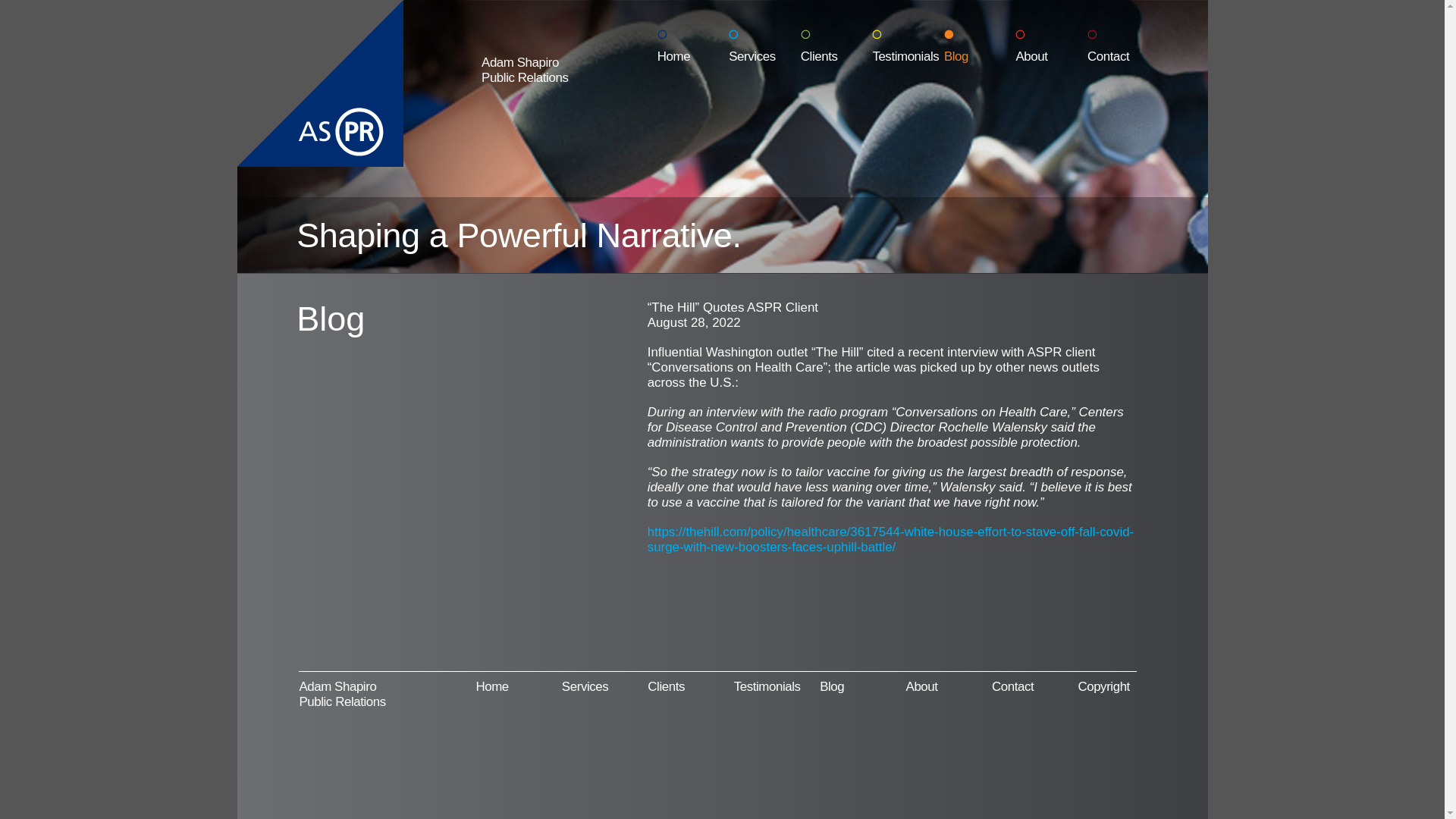 This screenshot has width=1456, height=819. What do you see at coordinates (1123, 45) in the screenshot?
I see `'Contact'` at bounding box center [1123, 45].